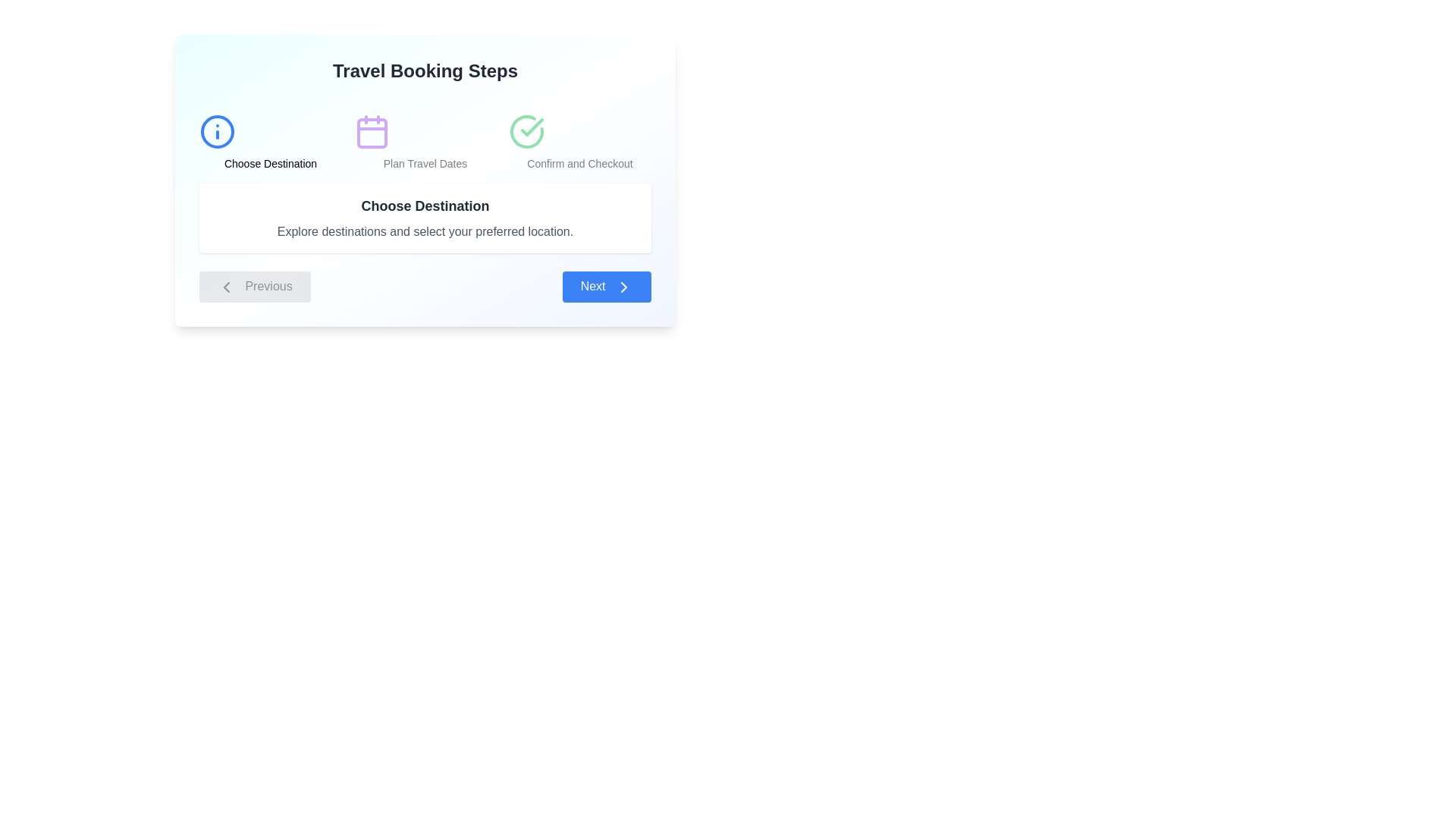  I want to click on the informational Text label located under the header 'Choose Destination', which provides instructions related to choosing a destination, so click(425, 231).